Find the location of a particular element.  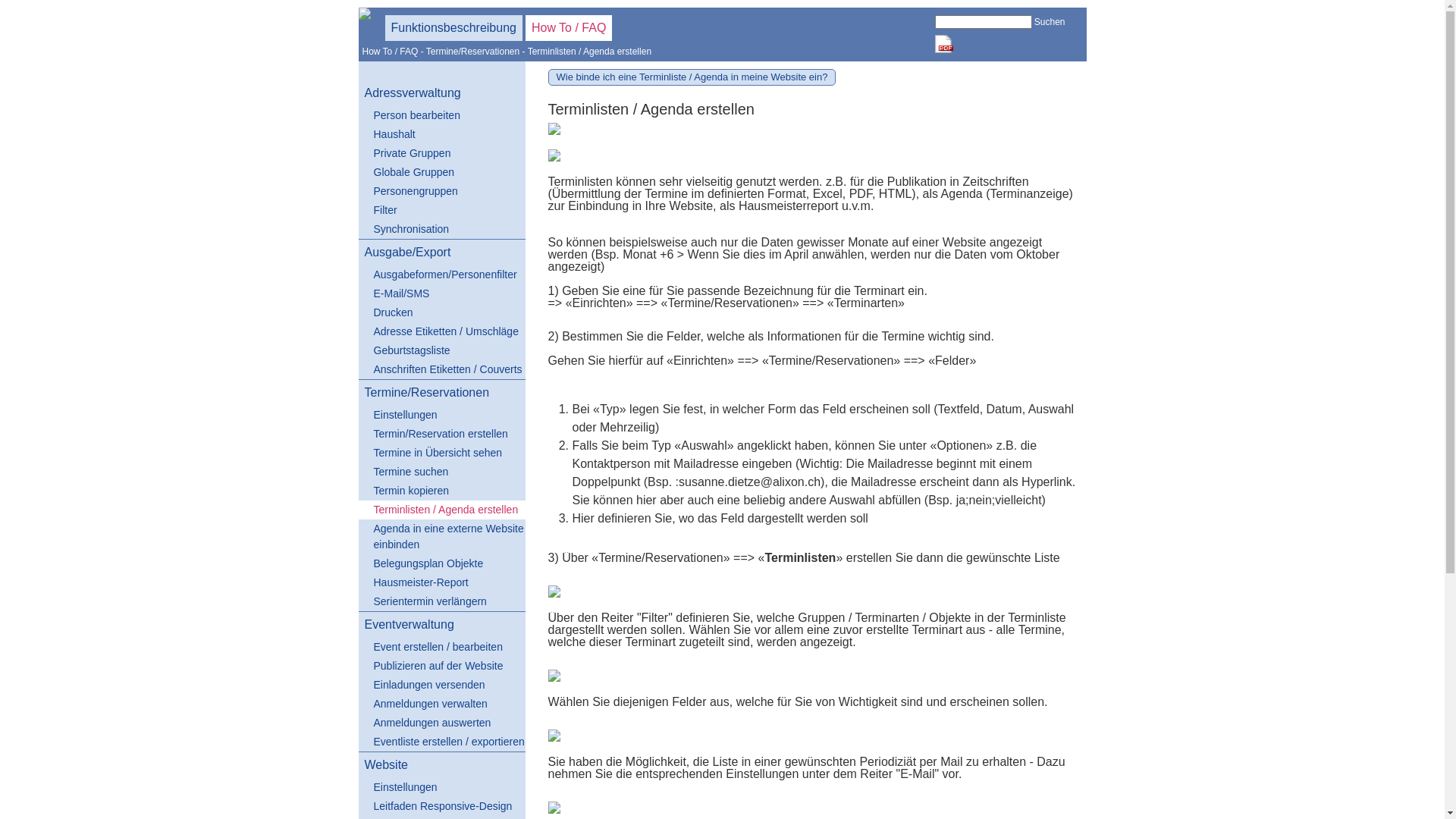

'Personengruppen' is located at coordinates (356, 190).